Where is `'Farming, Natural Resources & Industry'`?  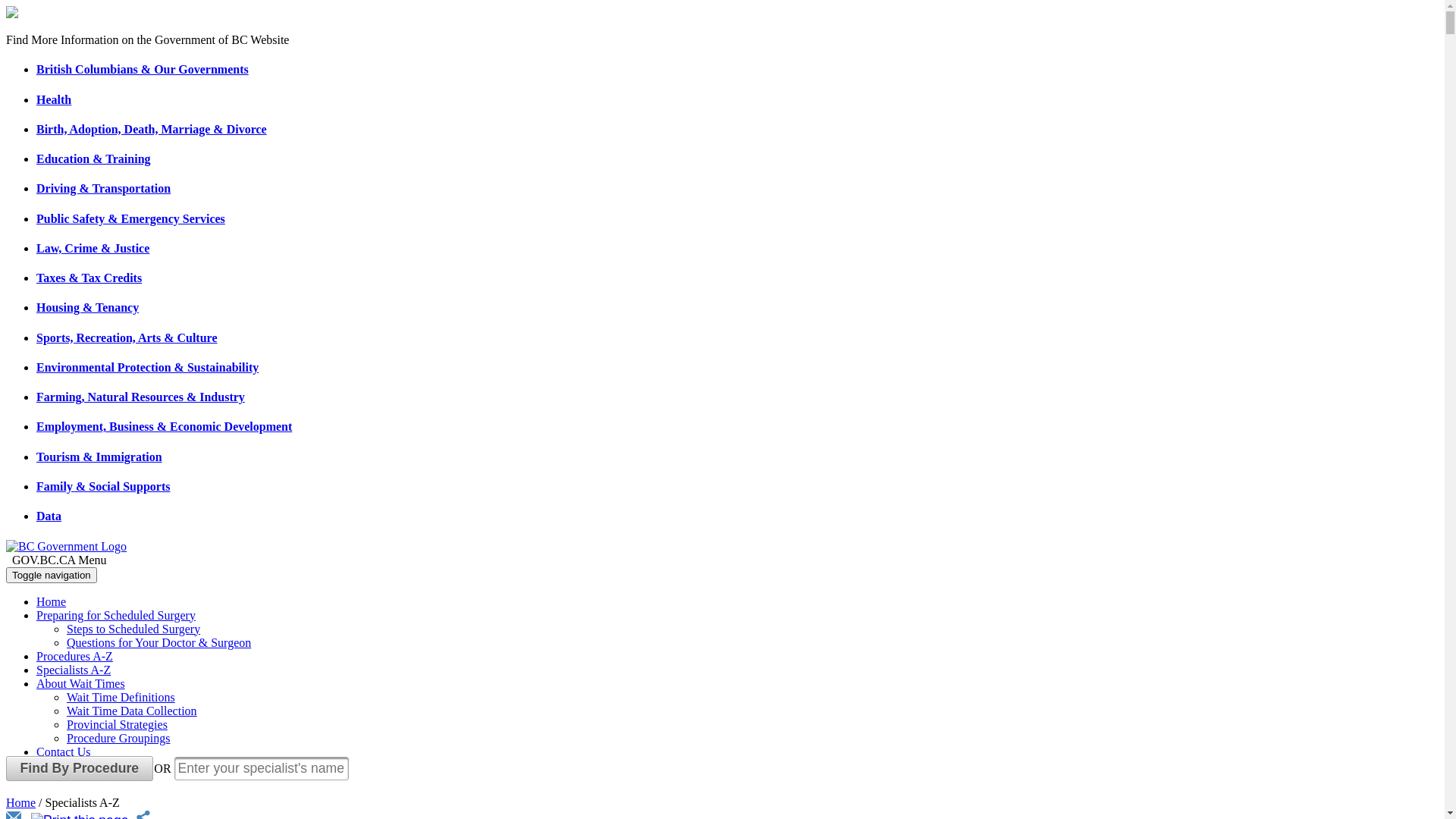
'Farming, Natural Resources & Industry' is located at coordinates (140, 396).